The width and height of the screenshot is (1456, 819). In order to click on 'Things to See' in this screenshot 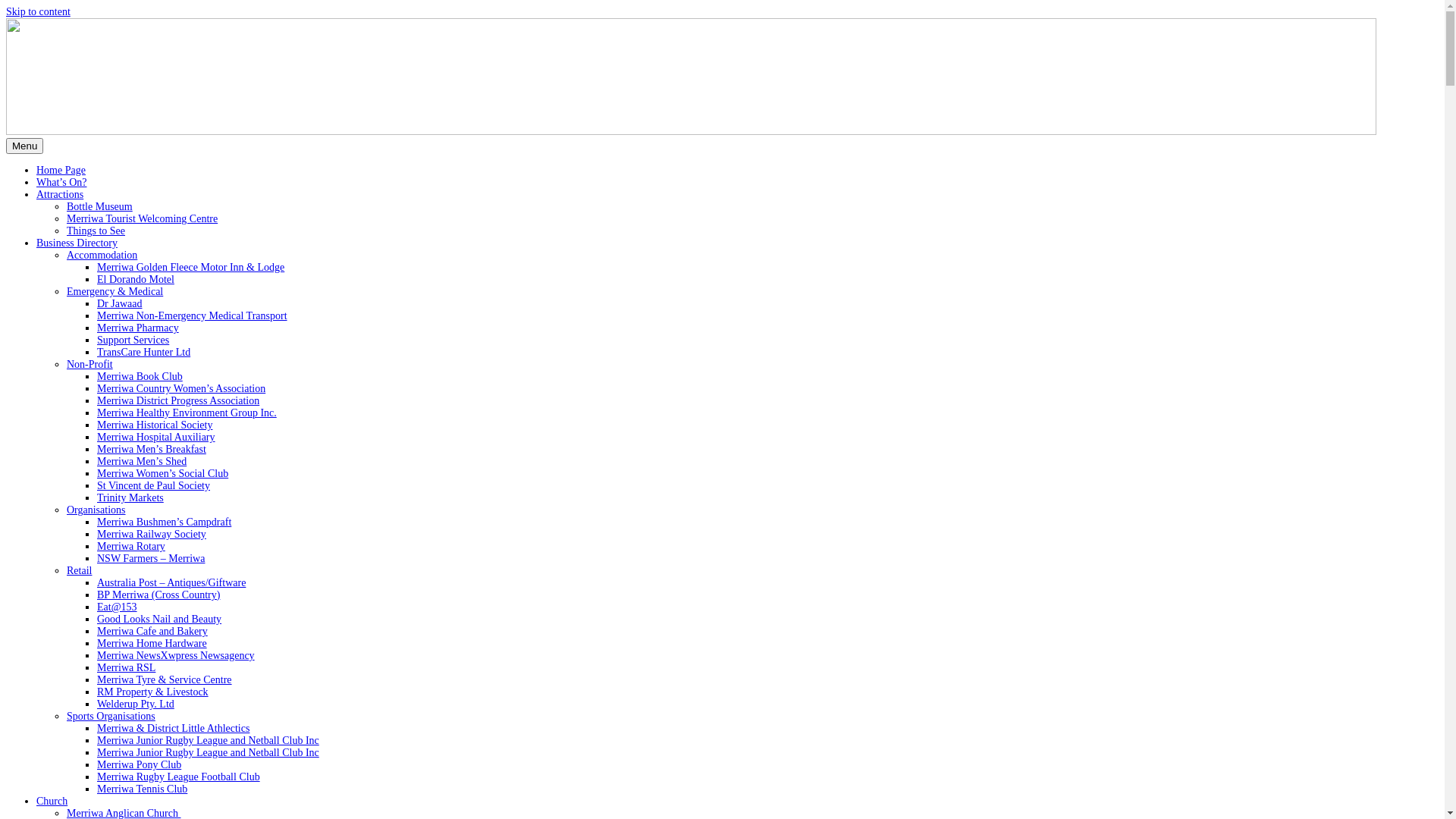, I will do `click(65, 231)`.